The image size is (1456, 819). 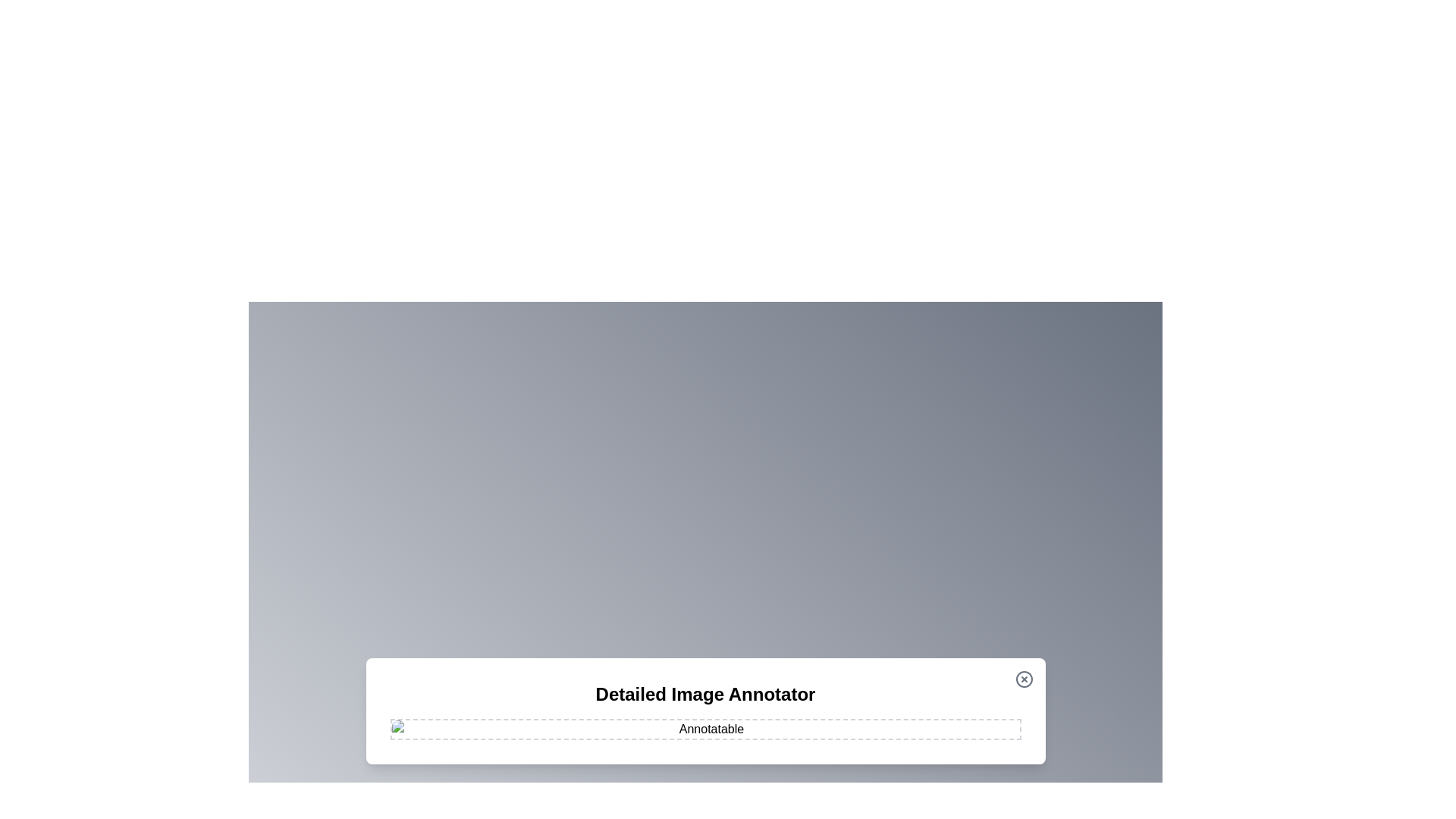 I want to click on the image at coordinates (1237, 950) to add an annotation, so click(x=937, y=719).